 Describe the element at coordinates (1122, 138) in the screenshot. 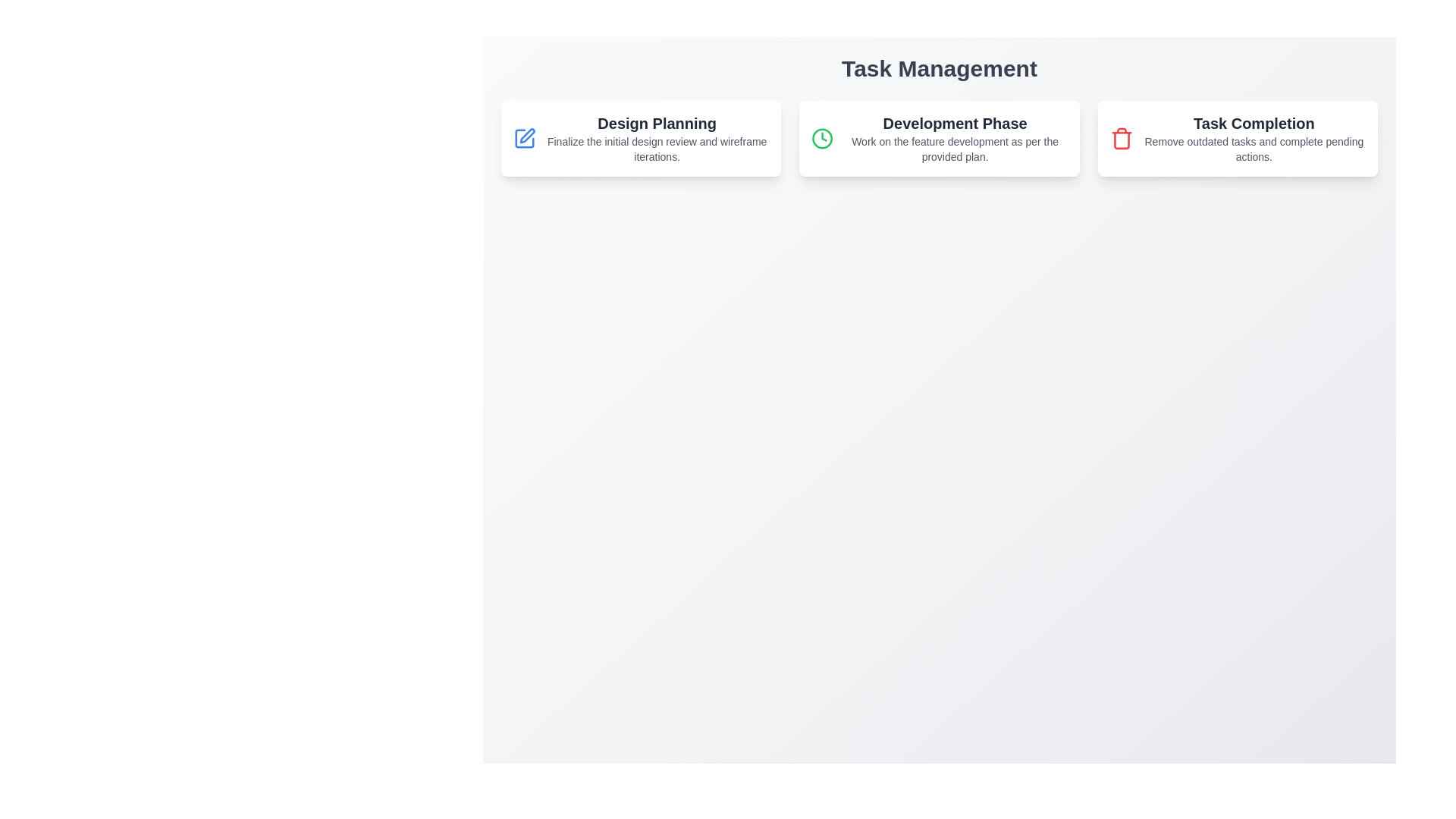

I see `the delete icon located to the left of the 'Task Completion' text in the third card from the left at the top row of the interface` at that location.